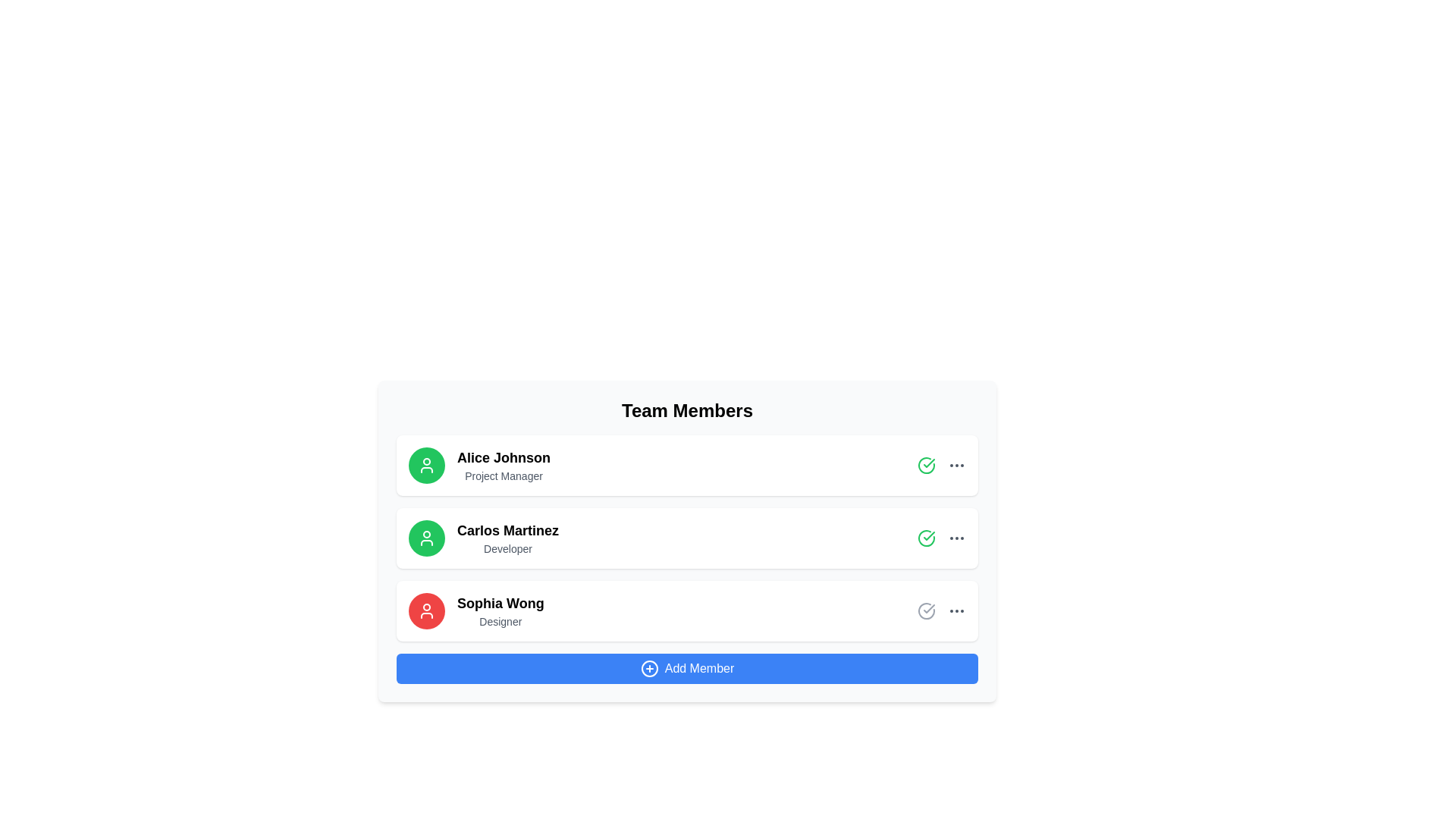  I want to click on the status indicated by the graphical icon representing a circular outline within the checkmark icon, located to the far right of the row for 'Carlos Martinez.', so click(926, 537).